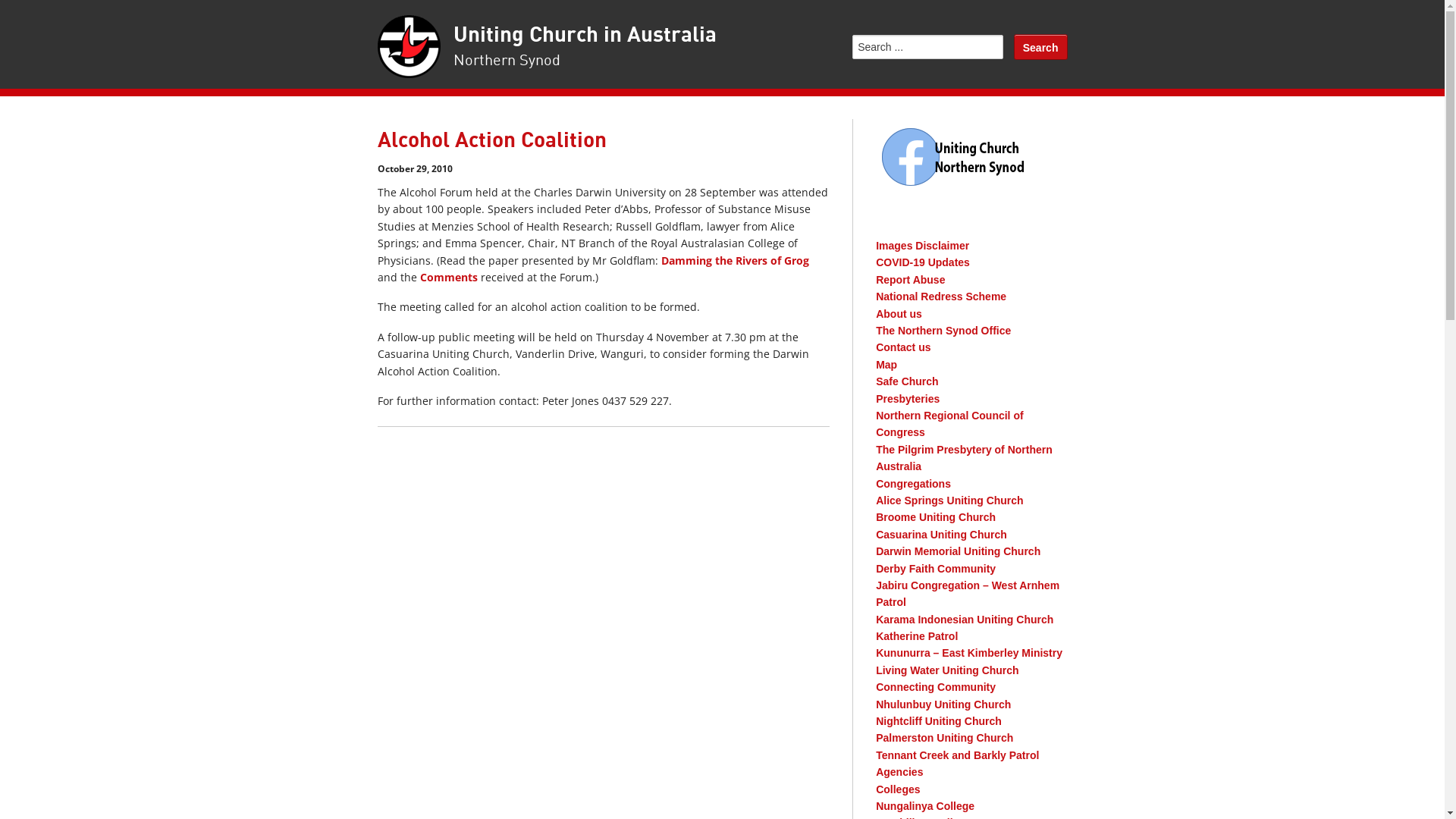  I want to click on 'Palmerston Uniting Church', so click(943, 736).